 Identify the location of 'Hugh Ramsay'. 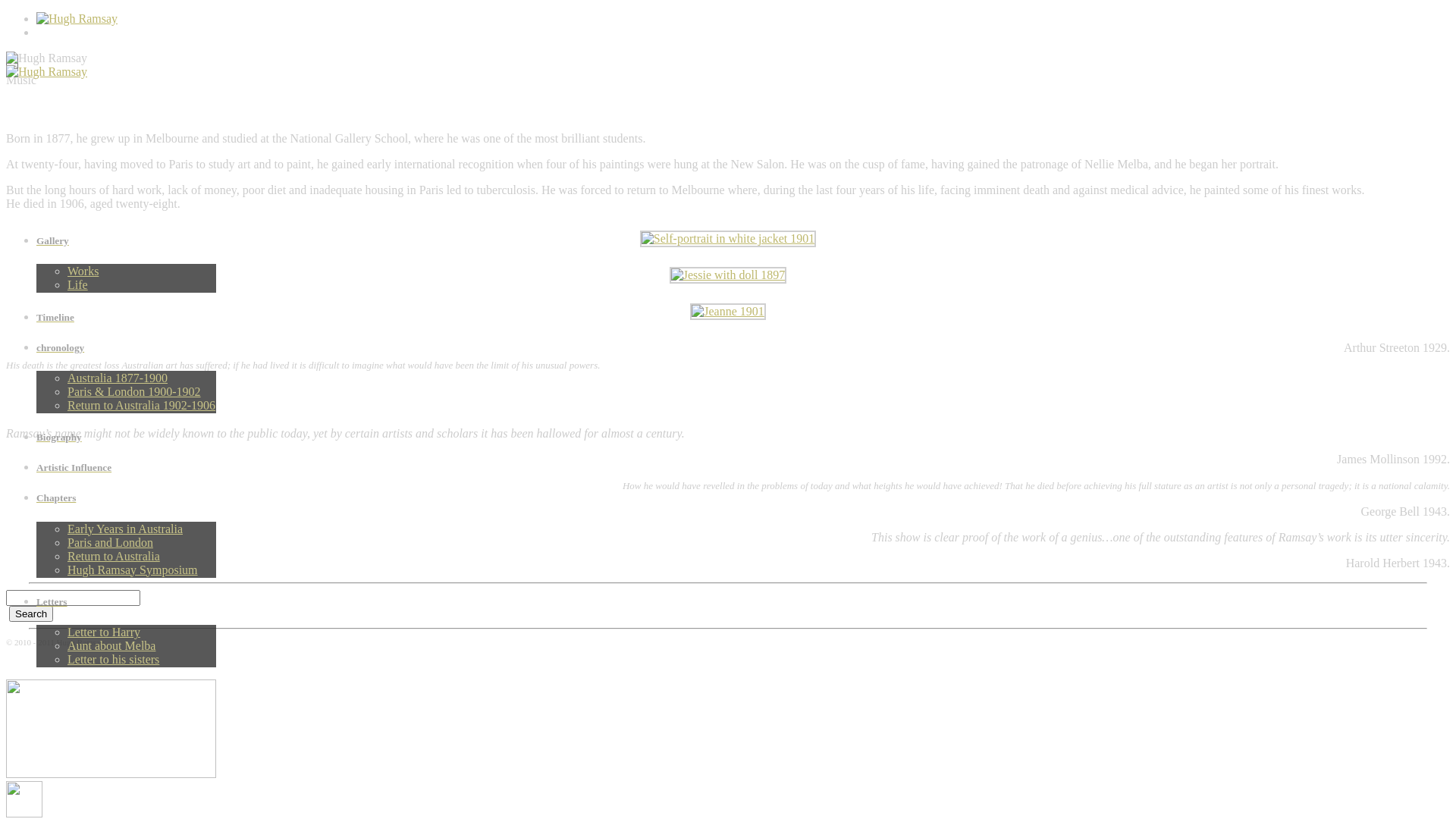
(6, 58).